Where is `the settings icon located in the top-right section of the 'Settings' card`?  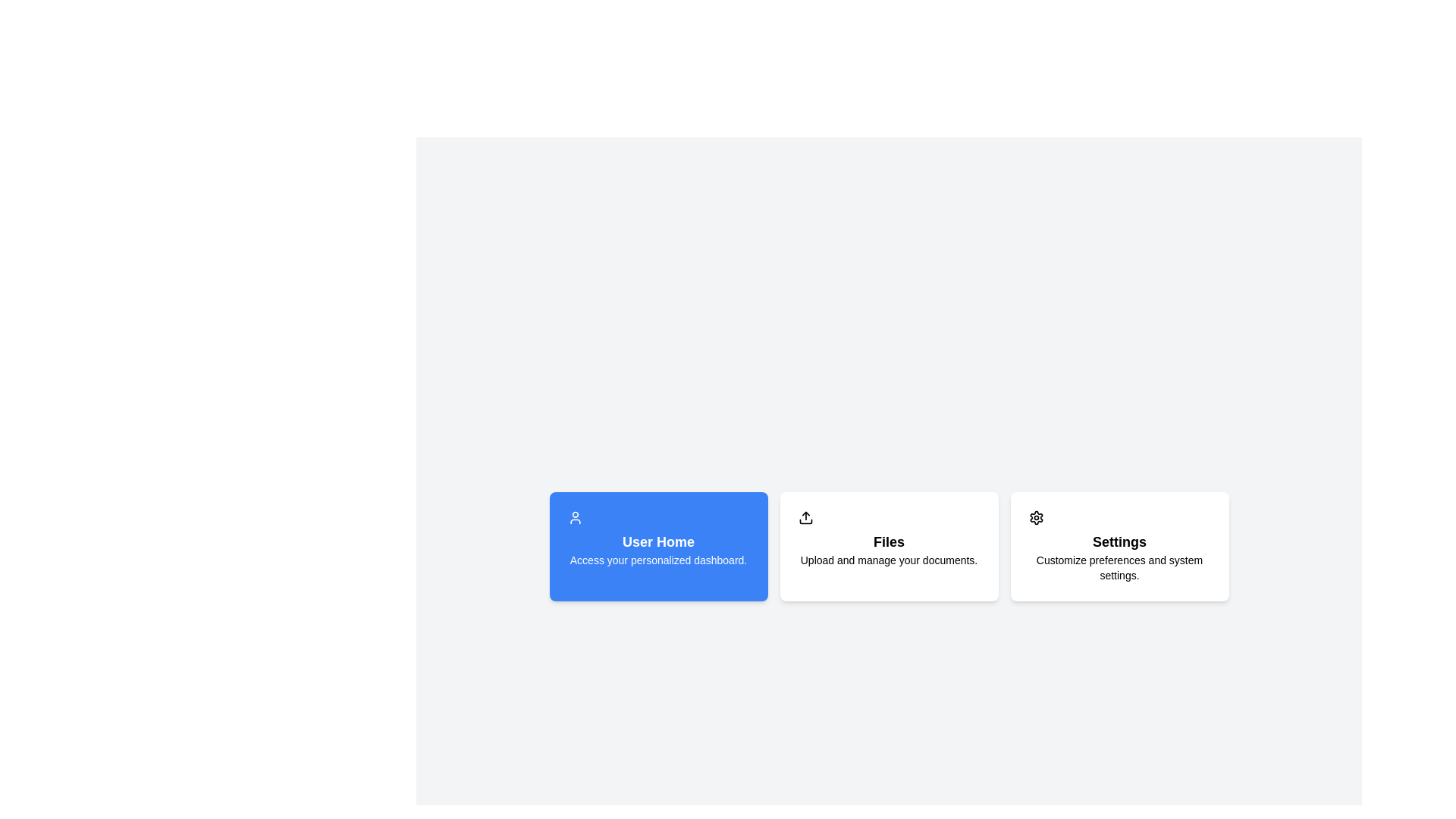 the settings icon located in the top-right section of the 'Settings' card is located at coordinates (1035, 516).